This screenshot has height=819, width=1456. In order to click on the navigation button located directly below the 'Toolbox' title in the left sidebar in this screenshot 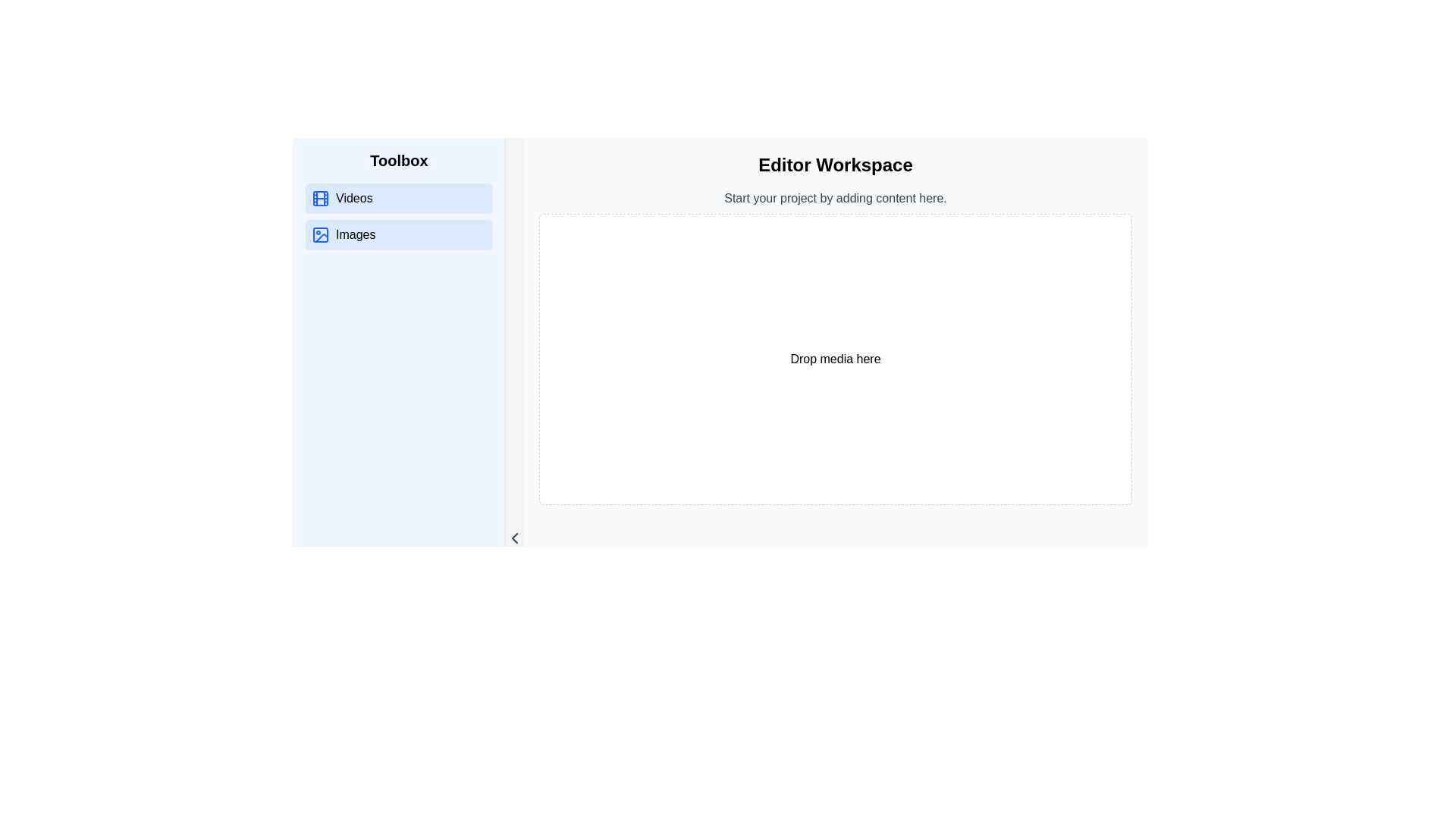, I will do `click(399, 199)`.